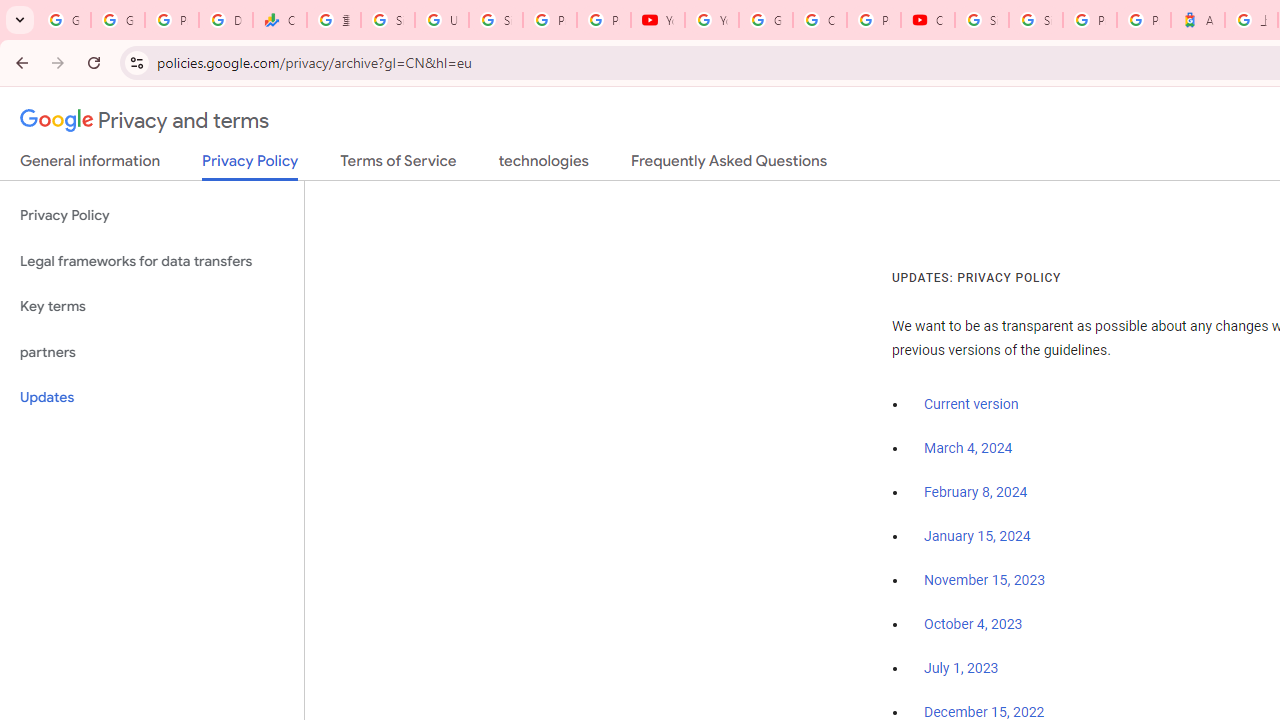 The height and width of the screenshot is (720, 1280). What do you see at coordinates (64, 20) in the screenshot?
I see `'Google Workspace Admin Community'` at bounding box center [64, 20].